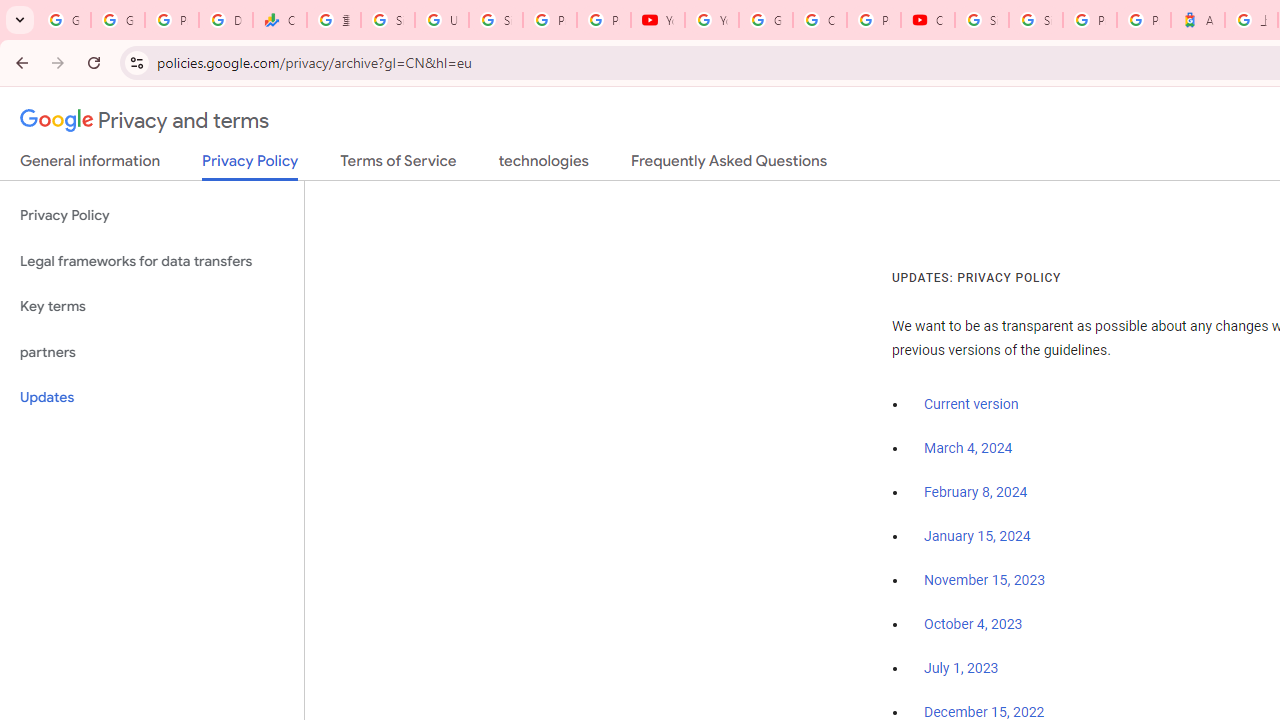 The height and width of the screenshot is (720, 1280). What do you see at coordinates (64, 20) in the screenshot?
I see `'Google Workspace Admin Community'` at bounding box center [64, 20].